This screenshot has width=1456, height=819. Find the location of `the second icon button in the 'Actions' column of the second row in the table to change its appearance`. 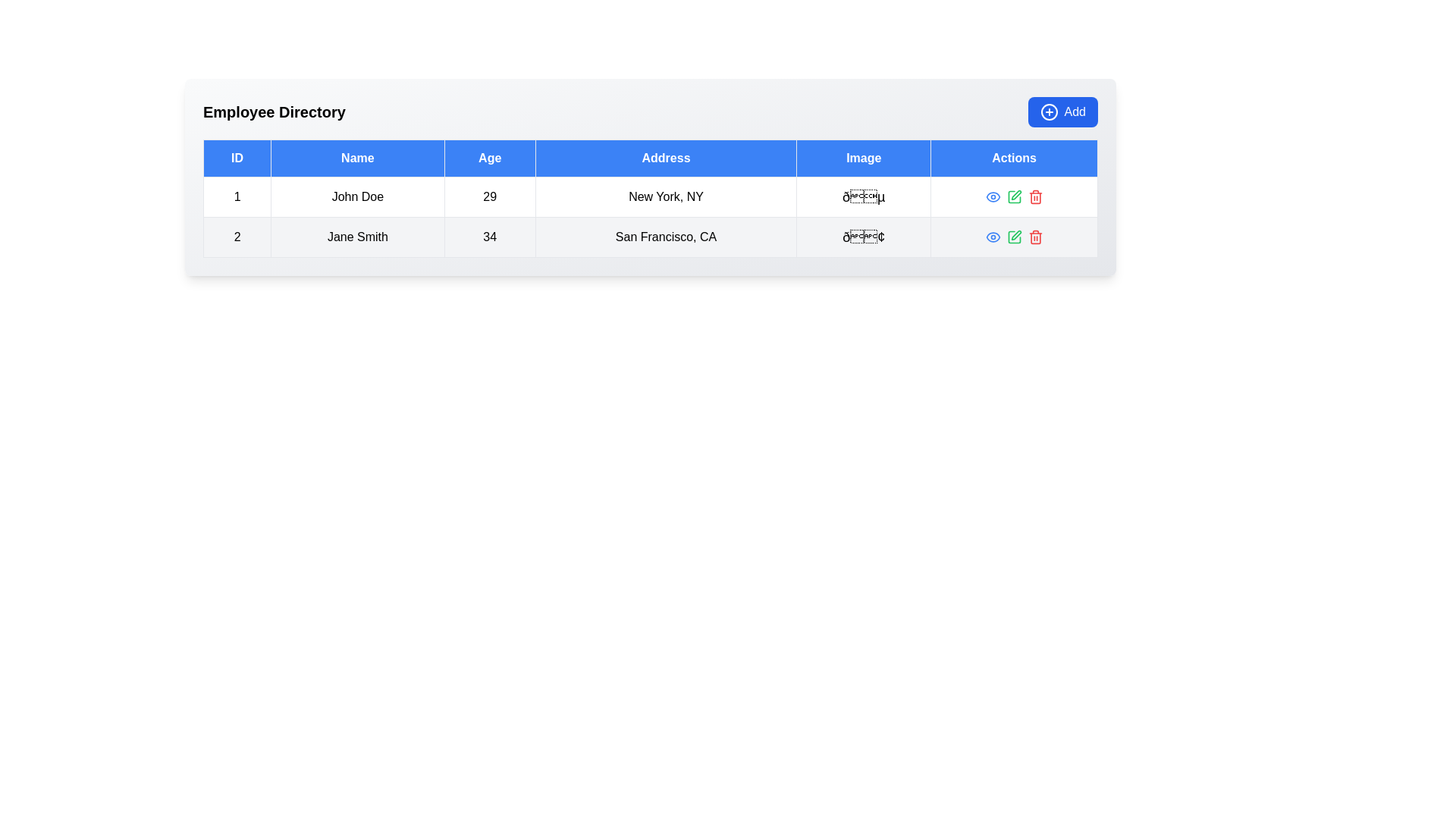

the second icon button in the 'Actions' column of the second row in the table to change its appearance is located at coordinates (1014, 237).